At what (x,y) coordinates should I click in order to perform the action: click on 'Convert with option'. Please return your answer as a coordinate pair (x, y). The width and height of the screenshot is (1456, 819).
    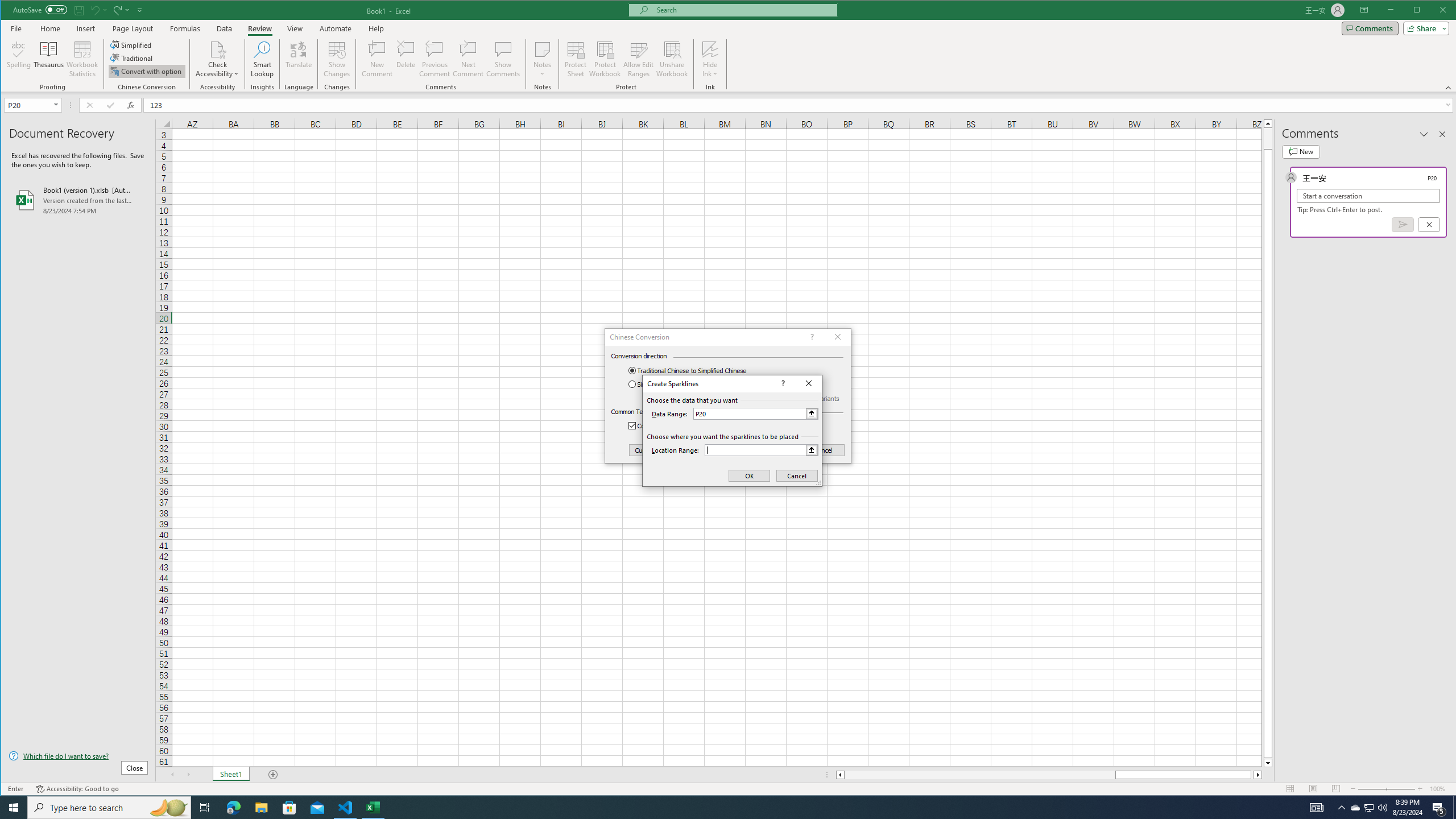
    Looking at the image, I should click on (146, 71).